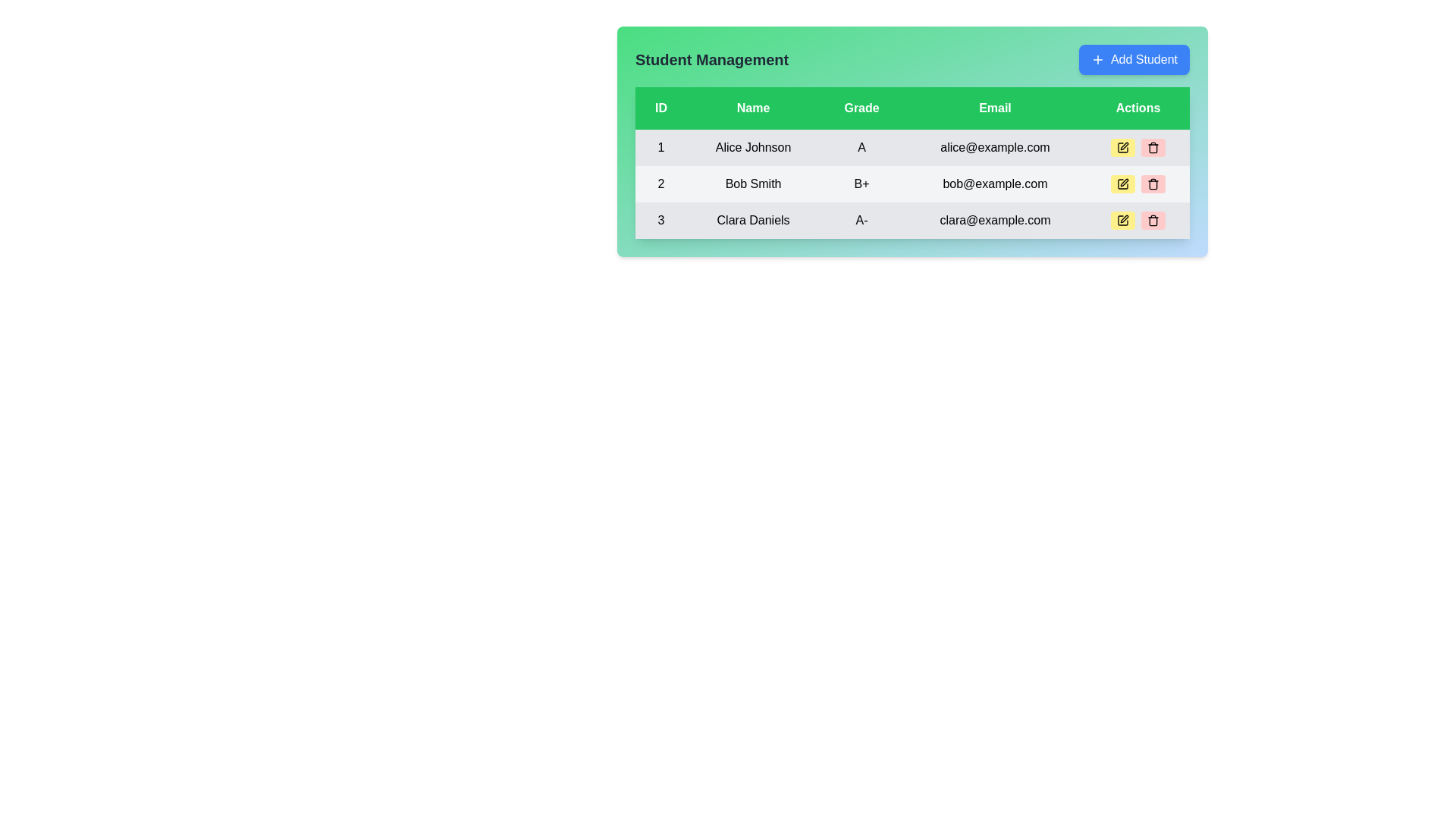 This screenshot has height=819, width=1456. Describe the element at coordinates (661, 107) in the screenshot. I see `the Table Header Label for the 'ID' column, which is the first header in the table under 'Student Management'` at that location.